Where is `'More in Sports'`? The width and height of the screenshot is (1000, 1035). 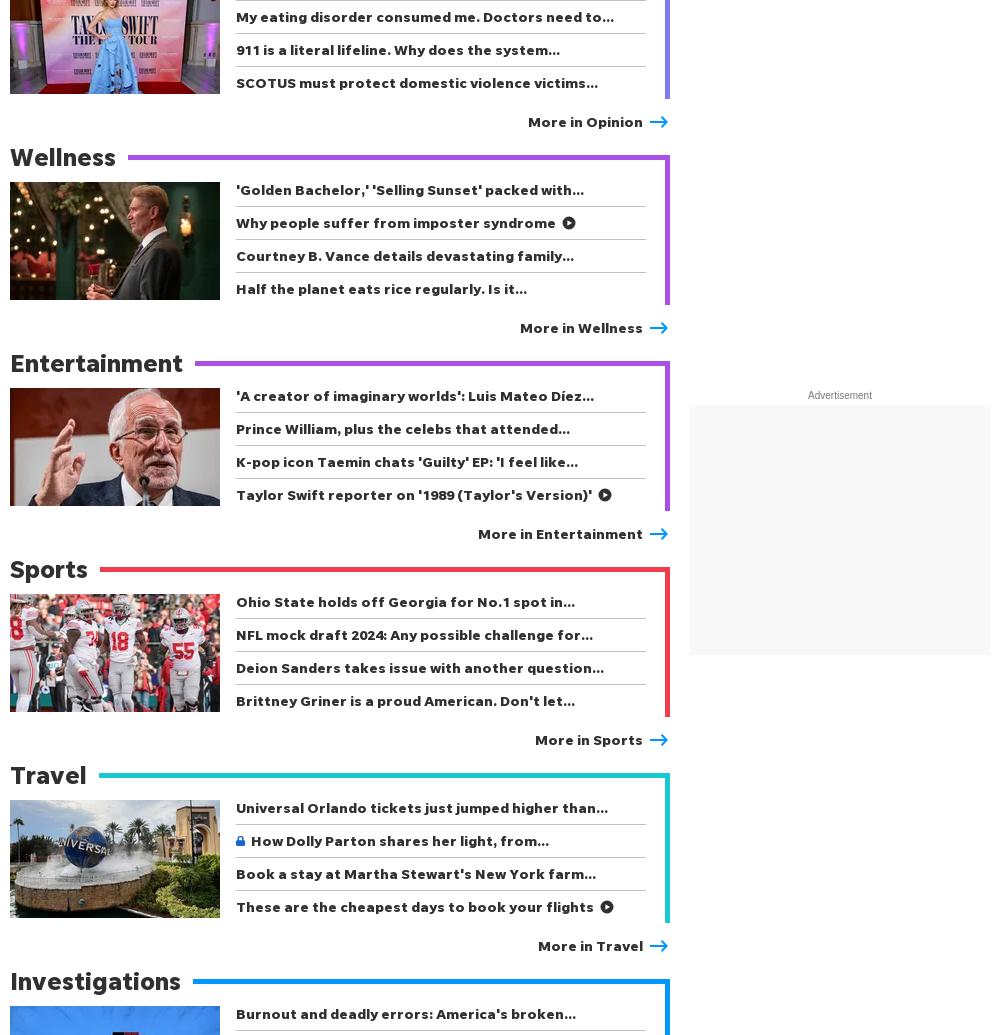
'More in Sports' is located at coordinates (588, 738).